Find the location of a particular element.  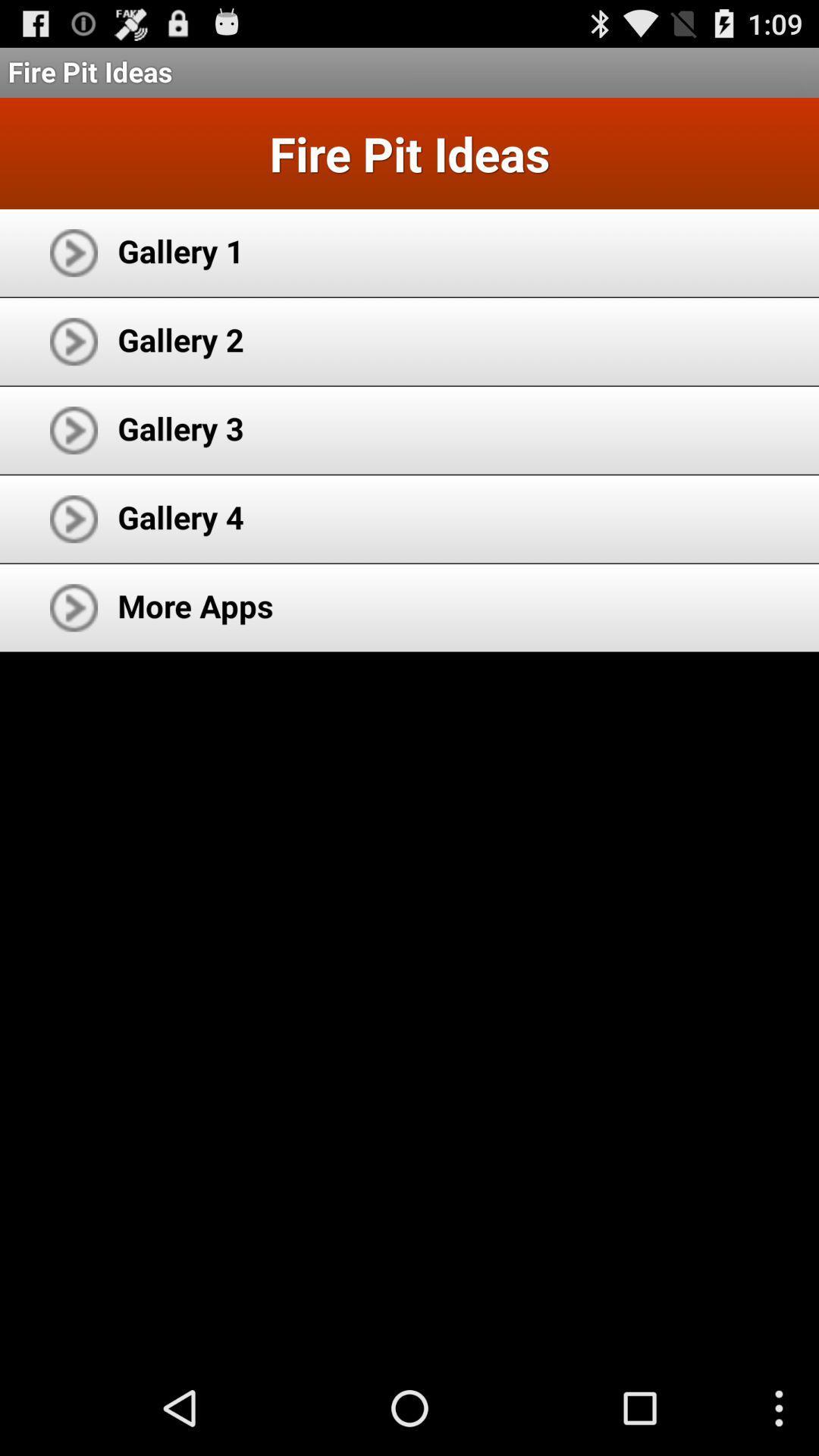

gallery 3 is located at coordinates (180, 427).